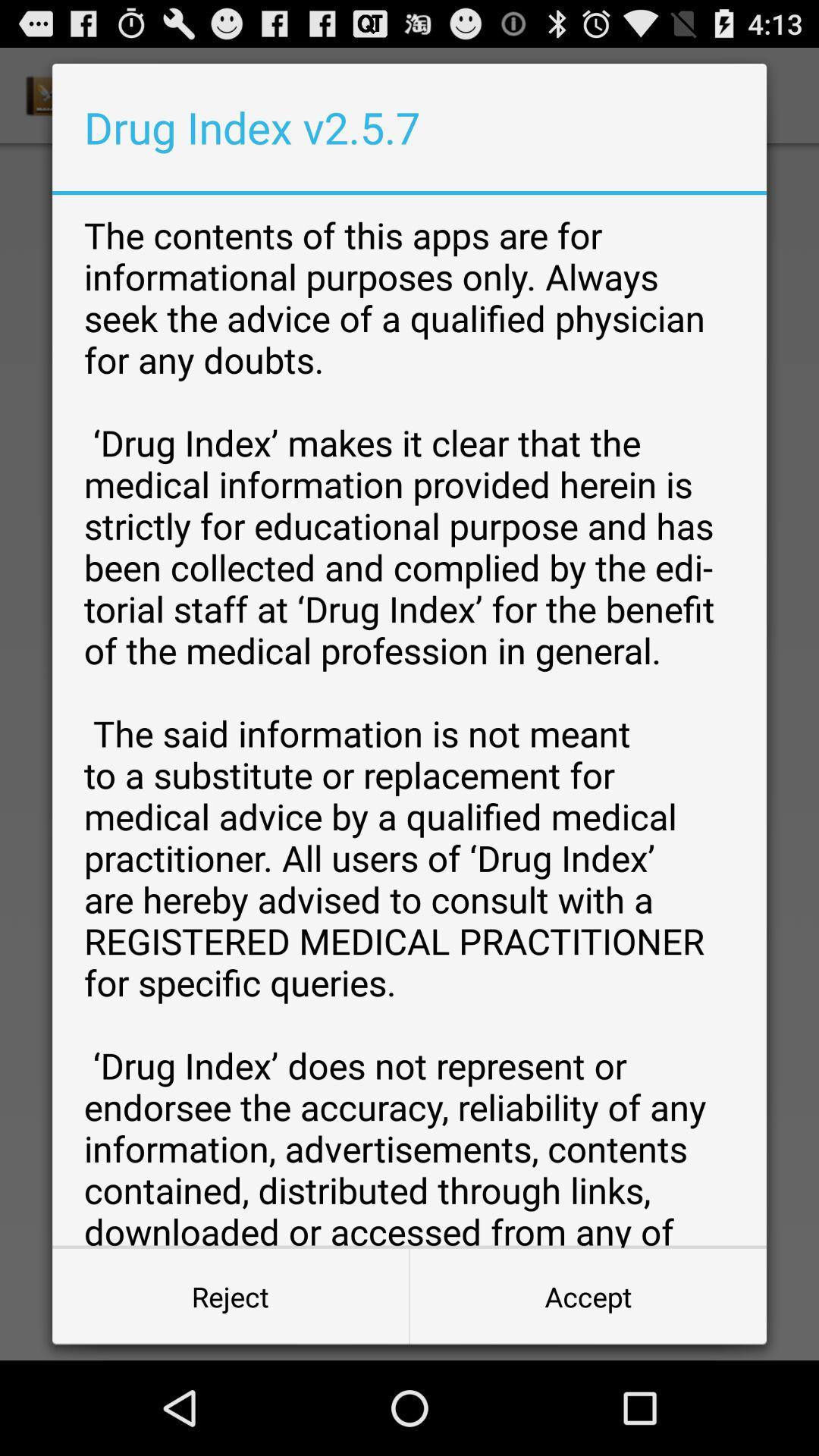 This screenshot has height=1456, width=819. What do you see at coordinates (231, 1295) in the screenshot?
I see `app below the the contents of app` at bounding box center [231, 1295].